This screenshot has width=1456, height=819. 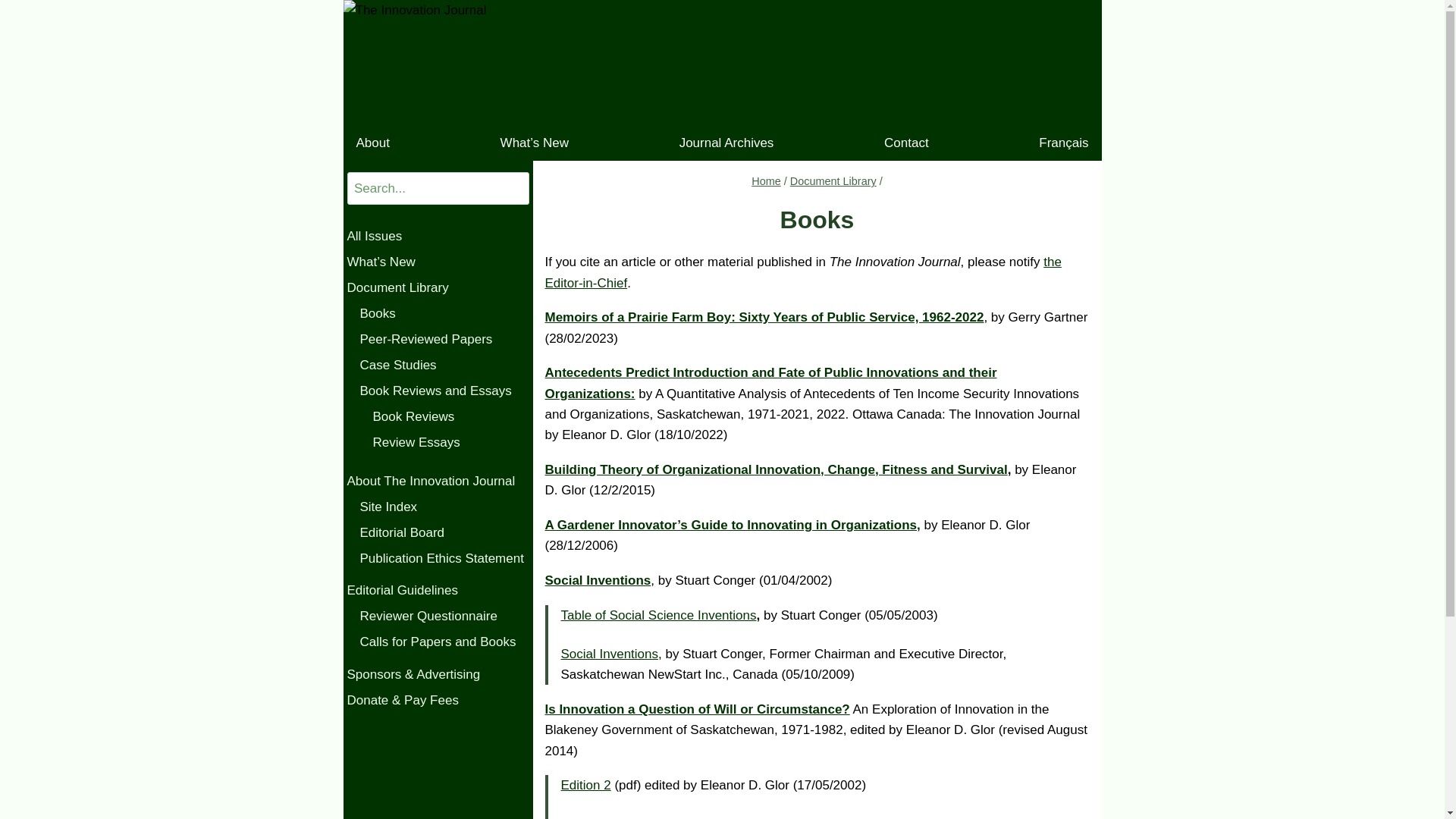 I want to click on 'Editorial Guidelines', so click(x=437, y=590).